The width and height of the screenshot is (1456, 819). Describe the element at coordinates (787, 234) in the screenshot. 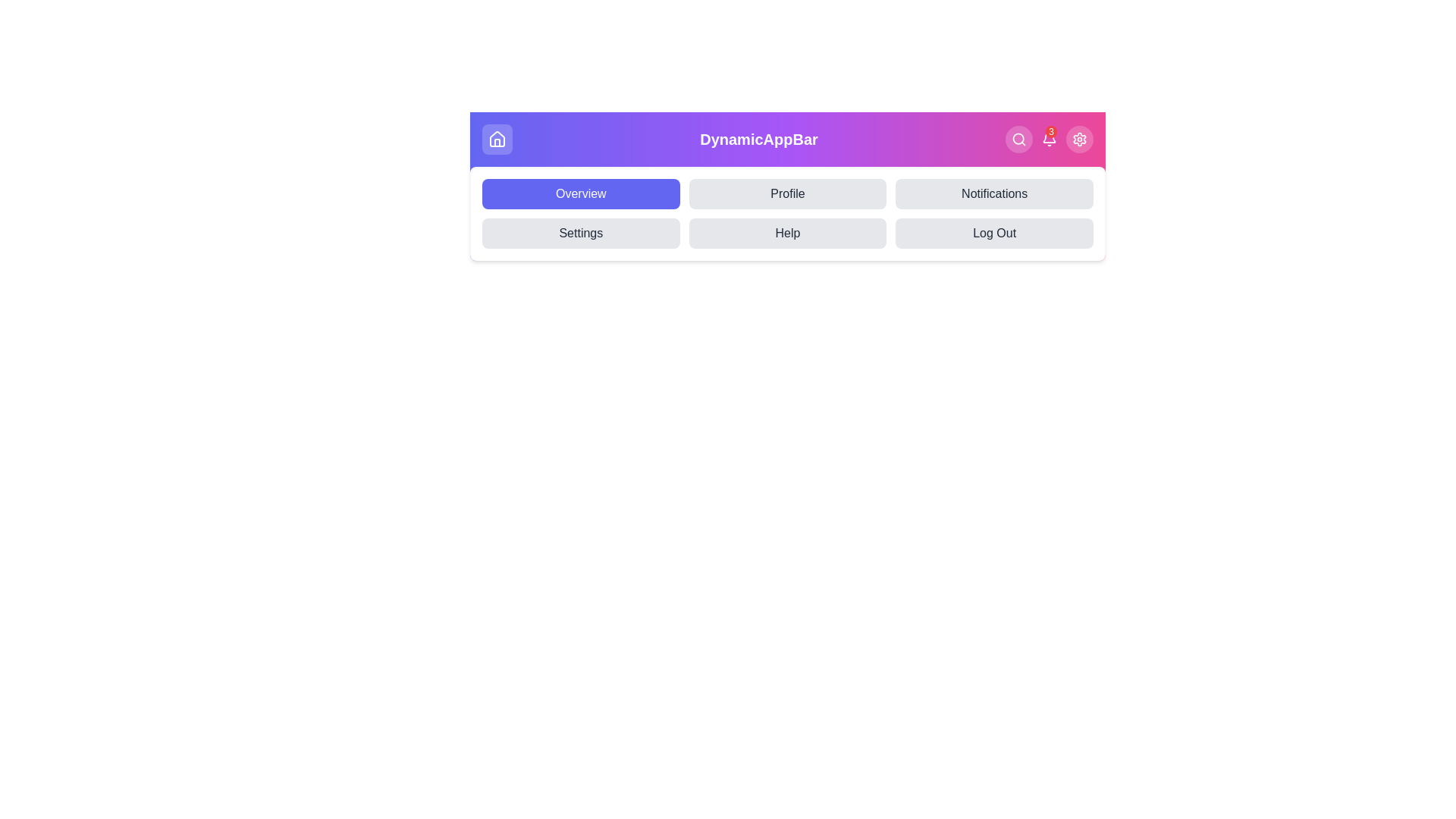

I see `the Help tab in the navigation menu` at that location.